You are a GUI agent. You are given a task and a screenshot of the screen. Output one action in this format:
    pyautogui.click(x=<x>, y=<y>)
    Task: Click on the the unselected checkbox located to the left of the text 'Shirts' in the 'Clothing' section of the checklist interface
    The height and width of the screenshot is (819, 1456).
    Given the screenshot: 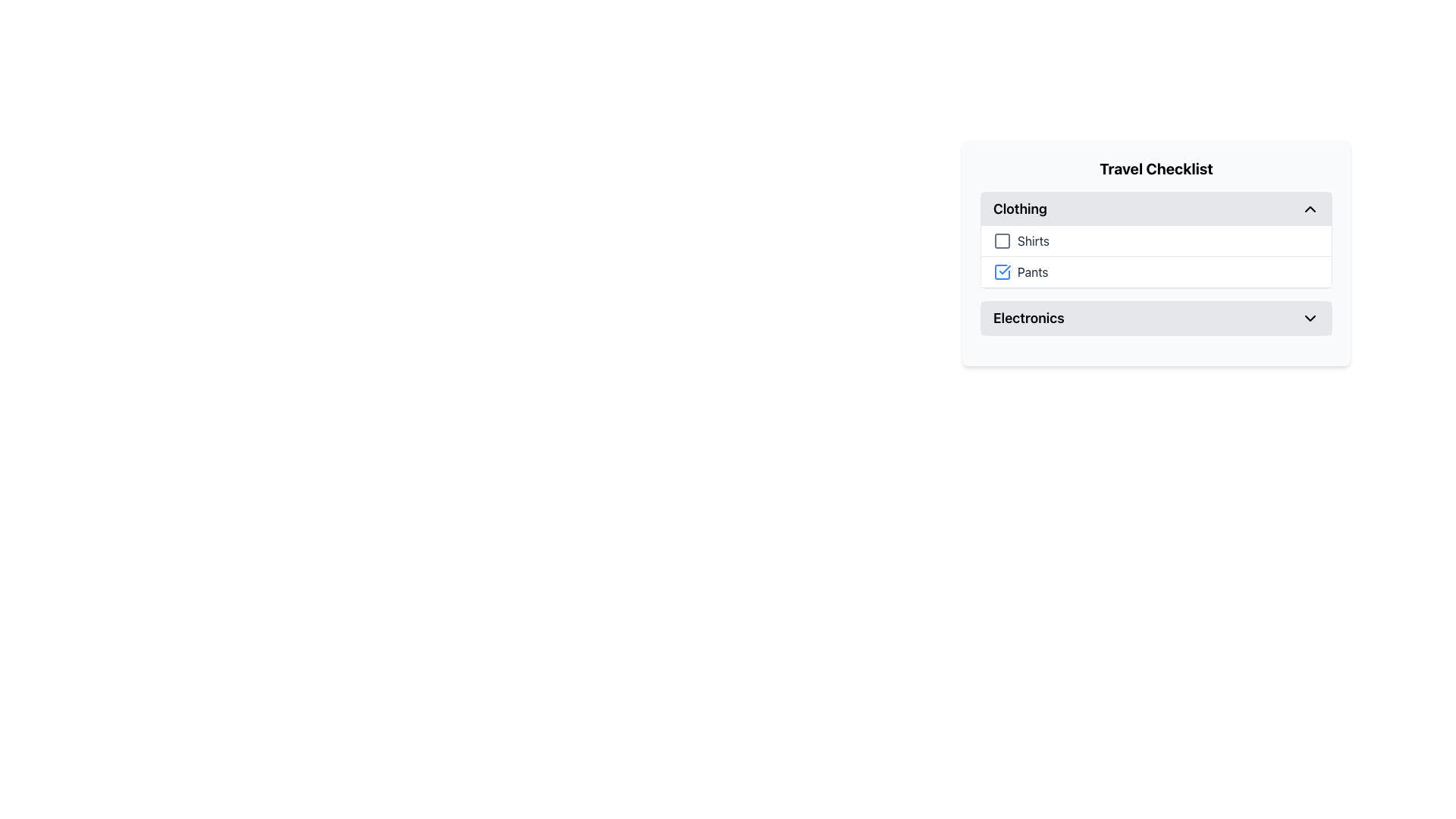 What is the action you would take?
    pyautogui.click(x=1002, y=240)
    